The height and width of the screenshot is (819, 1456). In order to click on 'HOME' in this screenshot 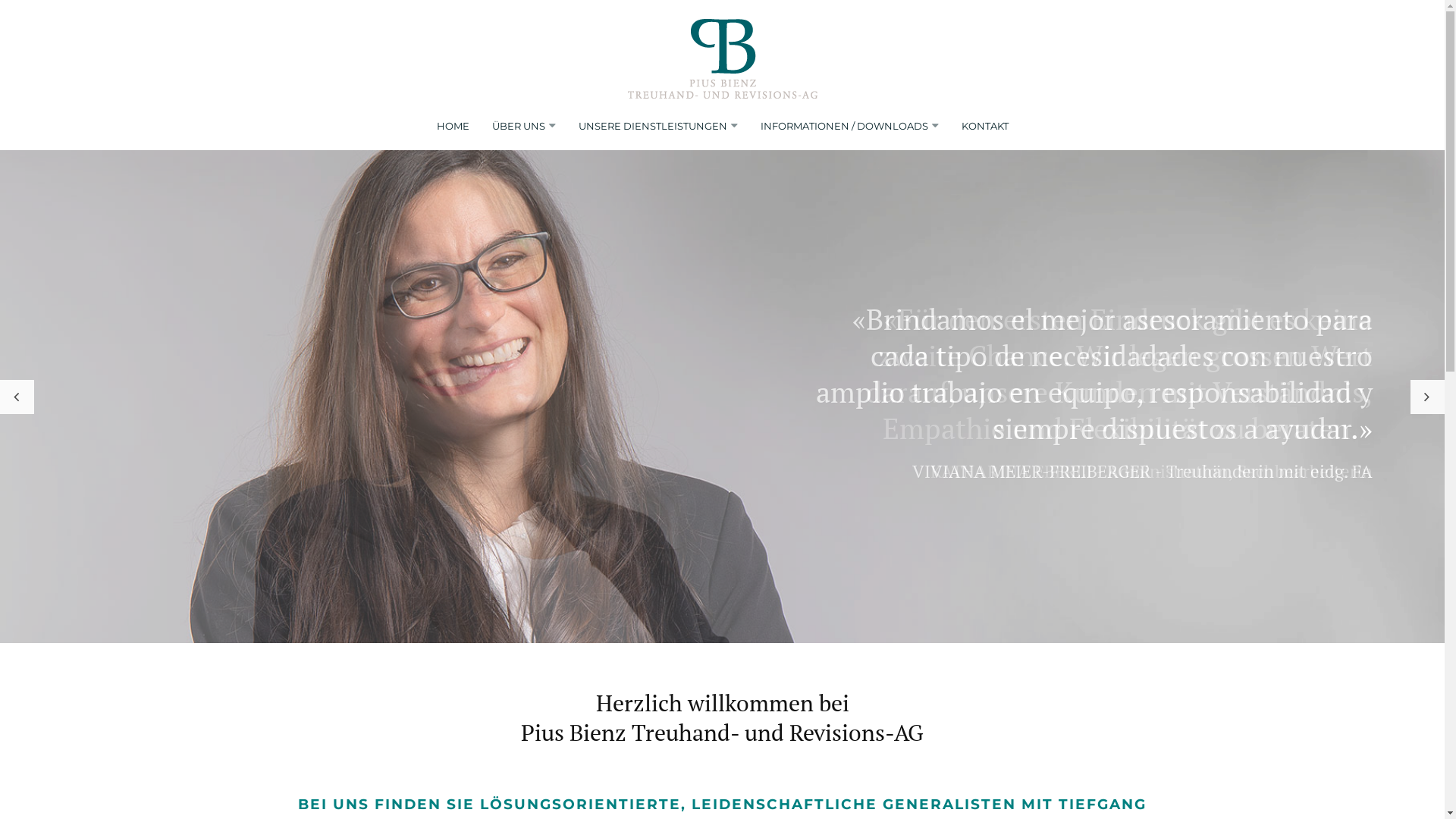, I will do `click(452, 124)`.